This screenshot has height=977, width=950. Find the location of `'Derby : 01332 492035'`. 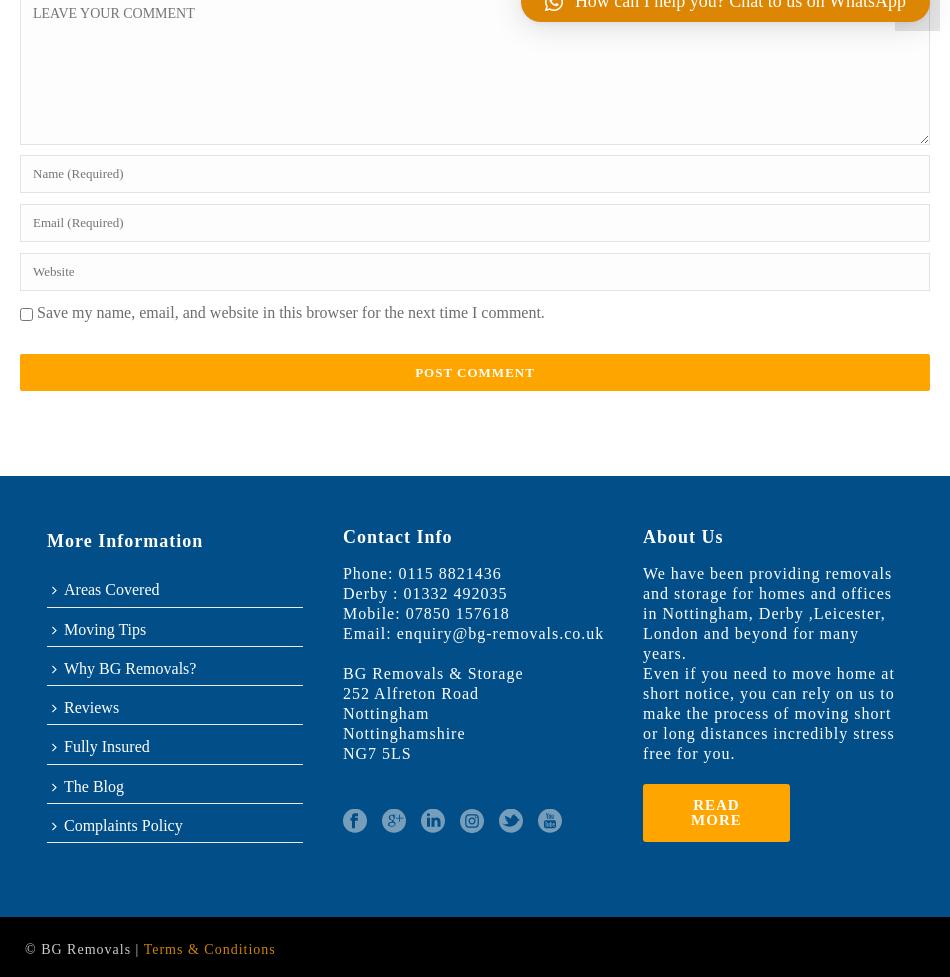

'Derby : 01332 492035' is located at coordinates (423, 592).